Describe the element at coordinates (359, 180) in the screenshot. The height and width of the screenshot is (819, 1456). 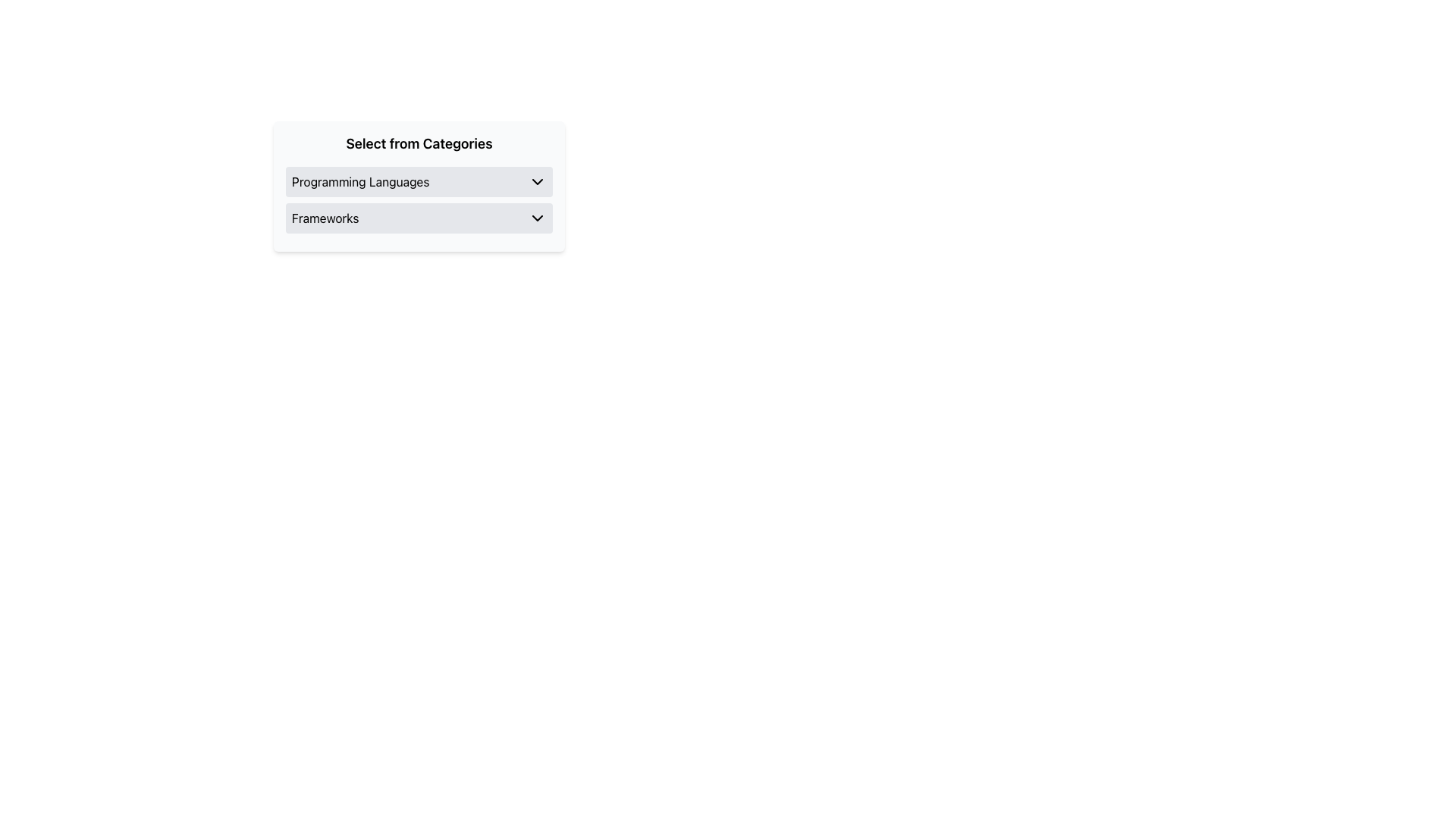
I see `label 'Programming Languages' from the text label displayed in a dark color against a light background, positioned above the 'Frameworks' option and to the left of the downward-facing chevron icon` at that location.